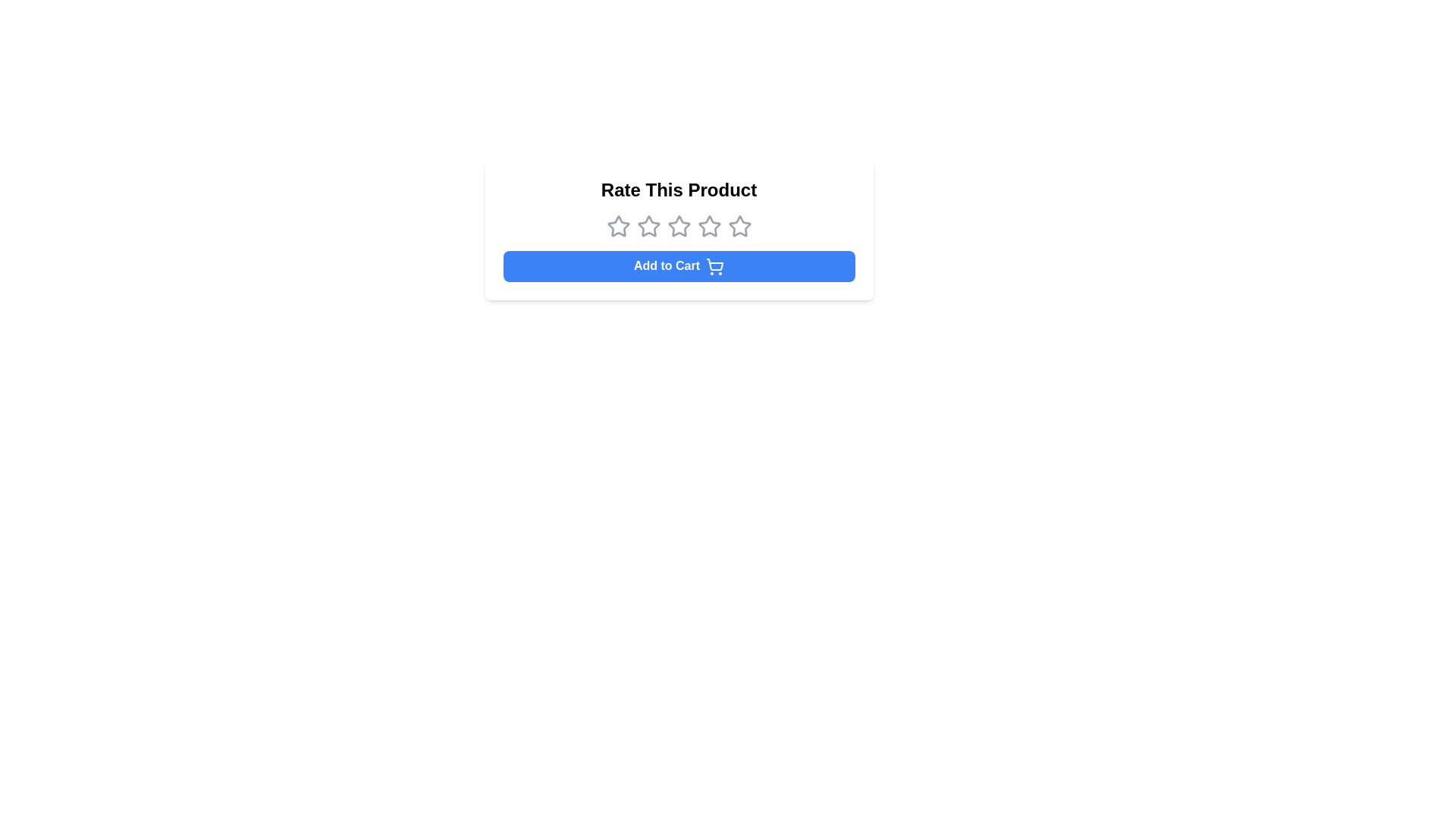 The width and height of the screenshot is (1456, 819). Describe the element at coordinates (648, 226) in the screenshot. I see `the second rating star` at that location.